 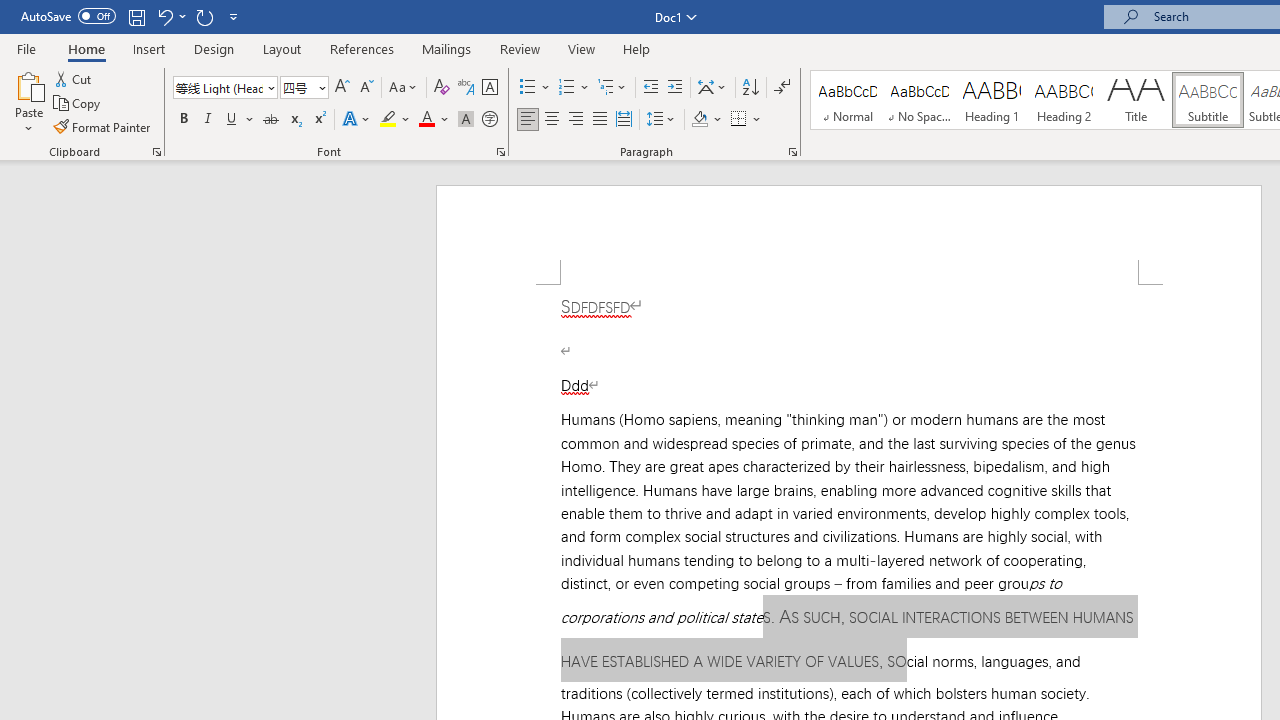 What do you see at coordinates (623, 119) in the screenshot?
I see `'Distributed'` at bounding box center [623, 119].